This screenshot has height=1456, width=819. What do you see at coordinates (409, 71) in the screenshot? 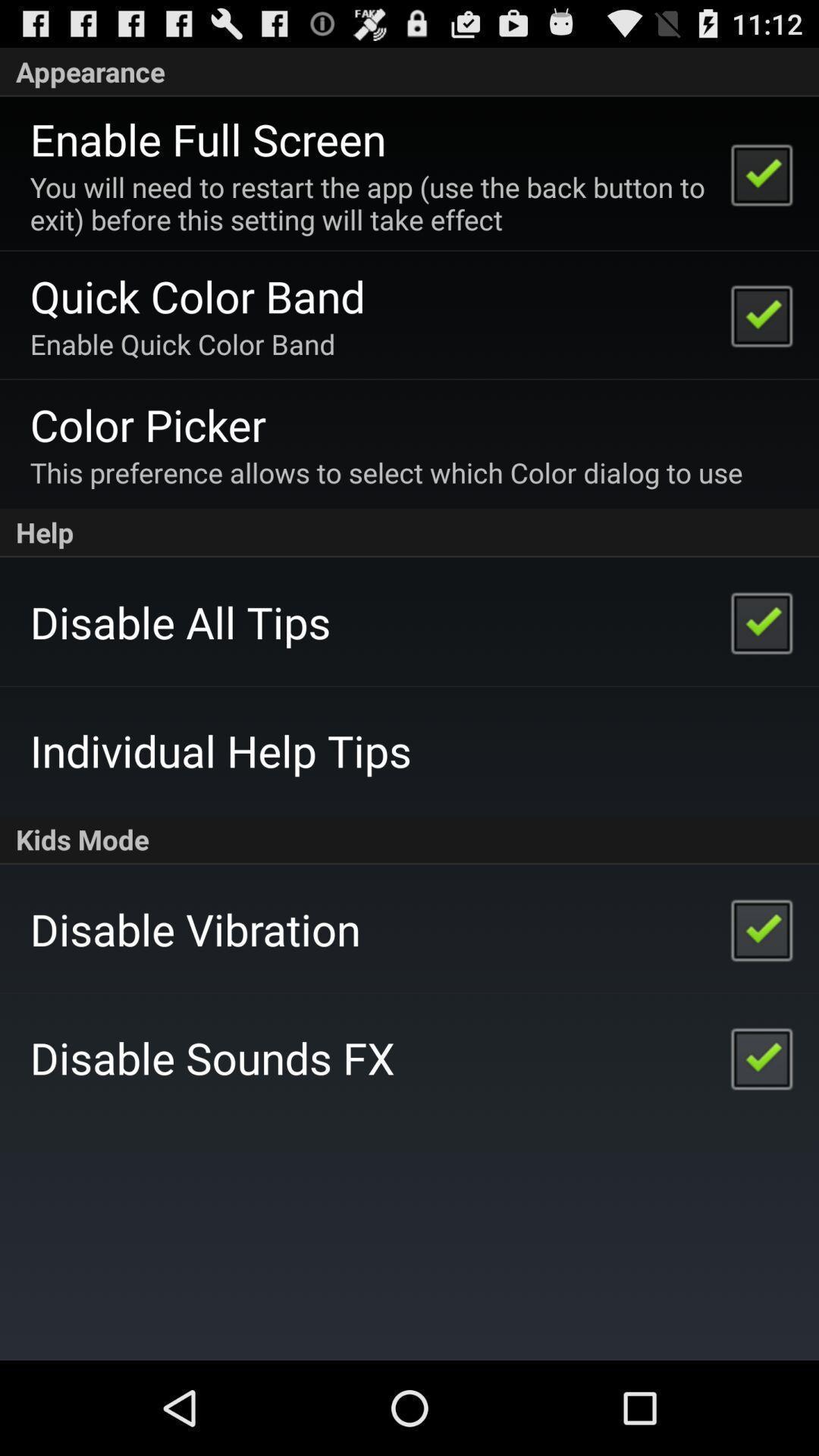
I see `item above the enable full screen app` at bounding box center [409, 71].